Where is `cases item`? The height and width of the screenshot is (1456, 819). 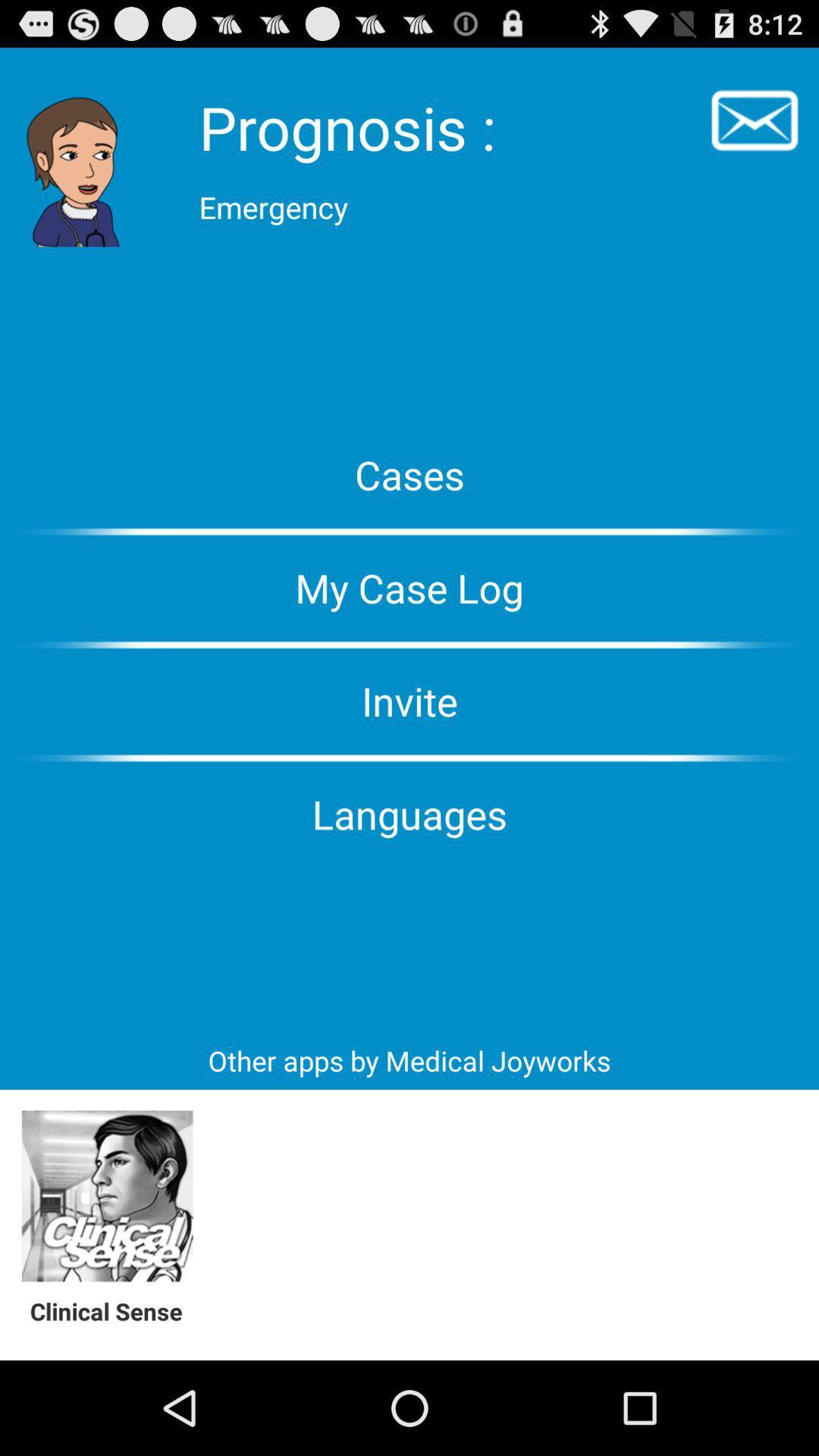
cases item is located at coordinates (409, 473).